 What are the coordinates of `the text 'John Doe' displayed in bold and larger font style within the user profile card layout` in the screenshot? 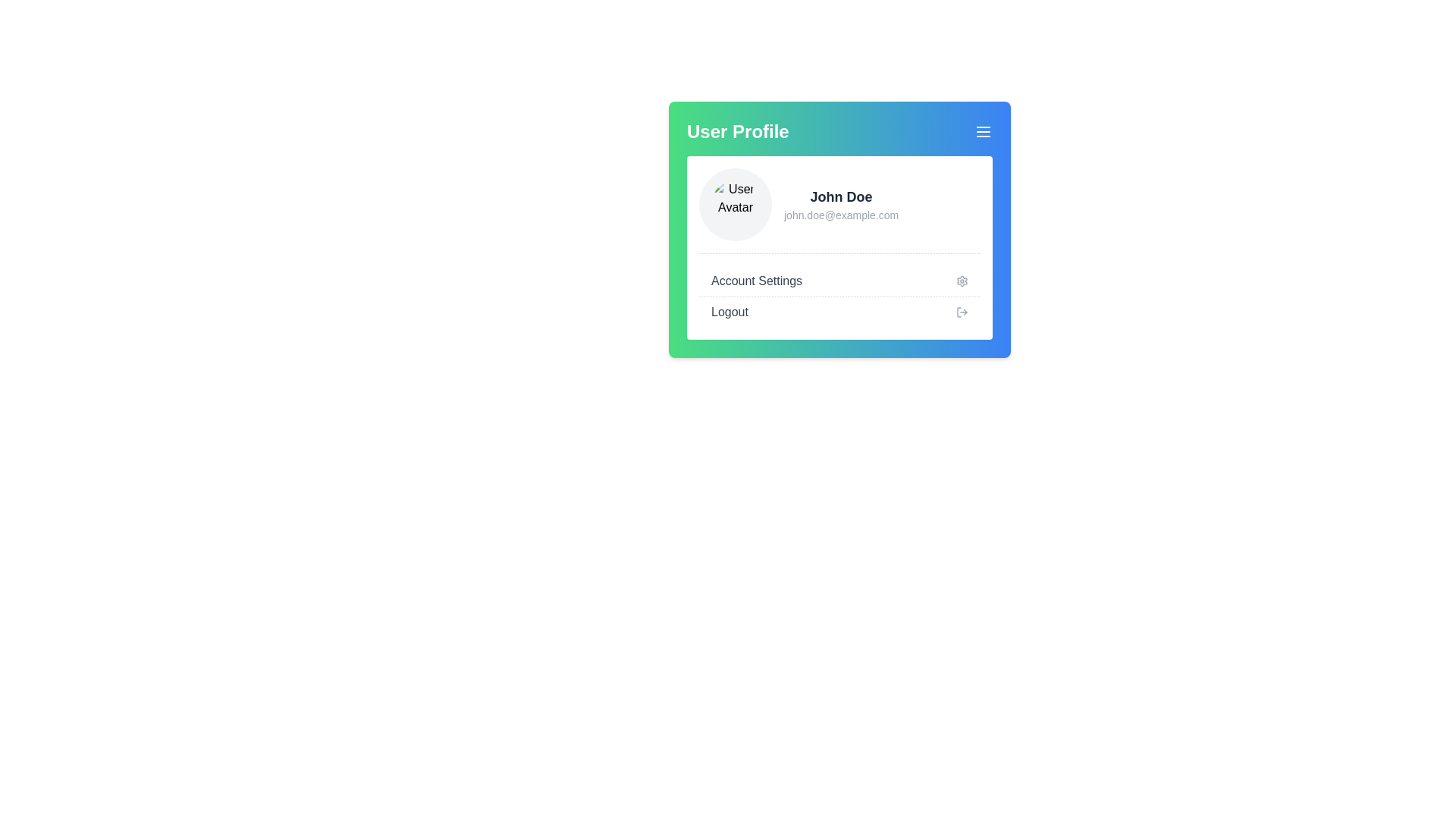 It's located at (840, 196).